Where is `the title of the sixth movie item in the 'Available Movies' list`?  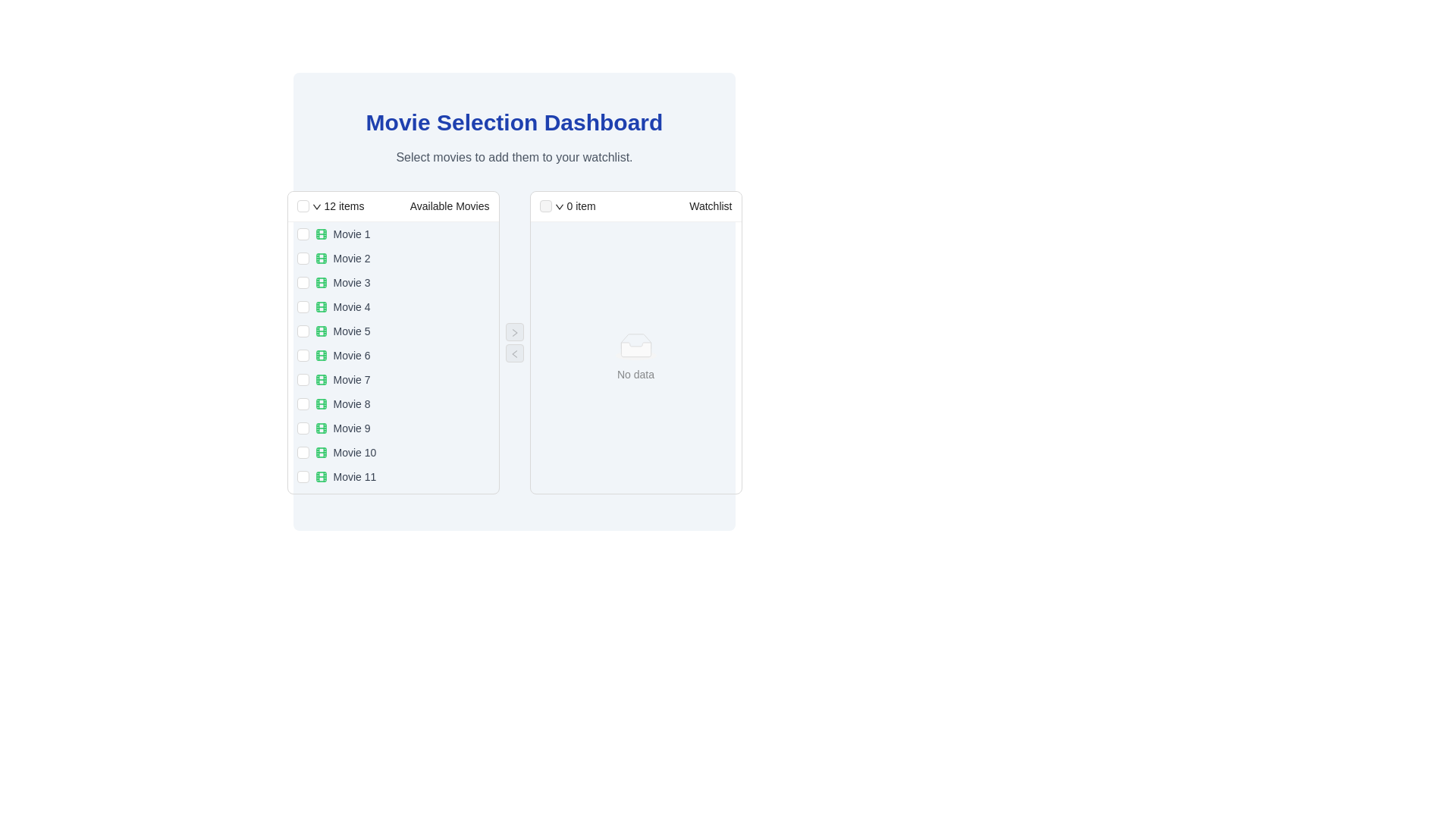 the title of the sixth movie item in the 'Available Movies' list is located at coordinates (393, 357).